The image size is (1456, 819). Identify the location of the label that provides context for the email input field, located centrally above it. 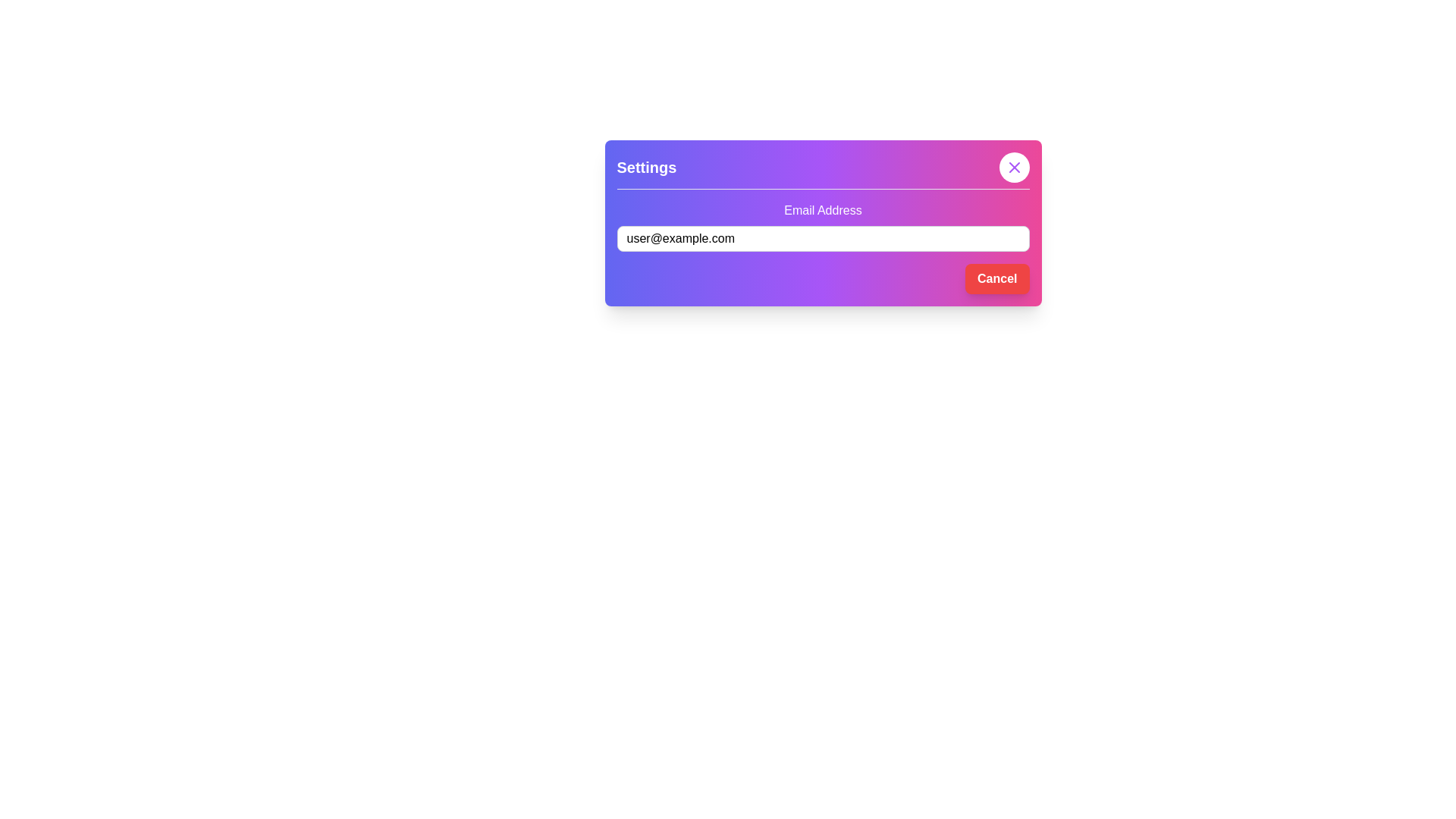
(822, 210).